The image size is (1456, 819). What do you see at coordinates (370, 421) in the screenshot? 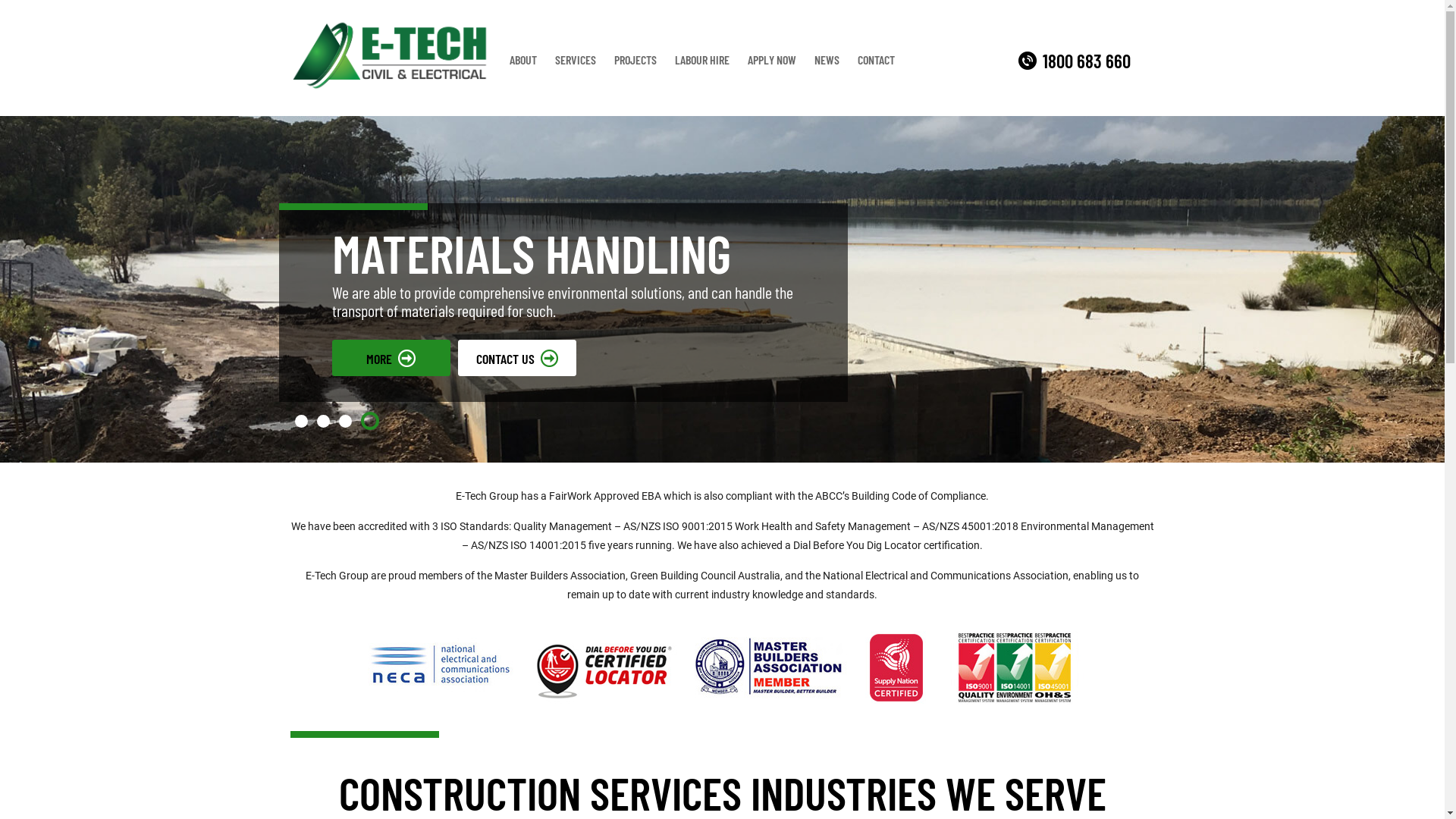
I see `'4'` at bounding box center [370, 421].